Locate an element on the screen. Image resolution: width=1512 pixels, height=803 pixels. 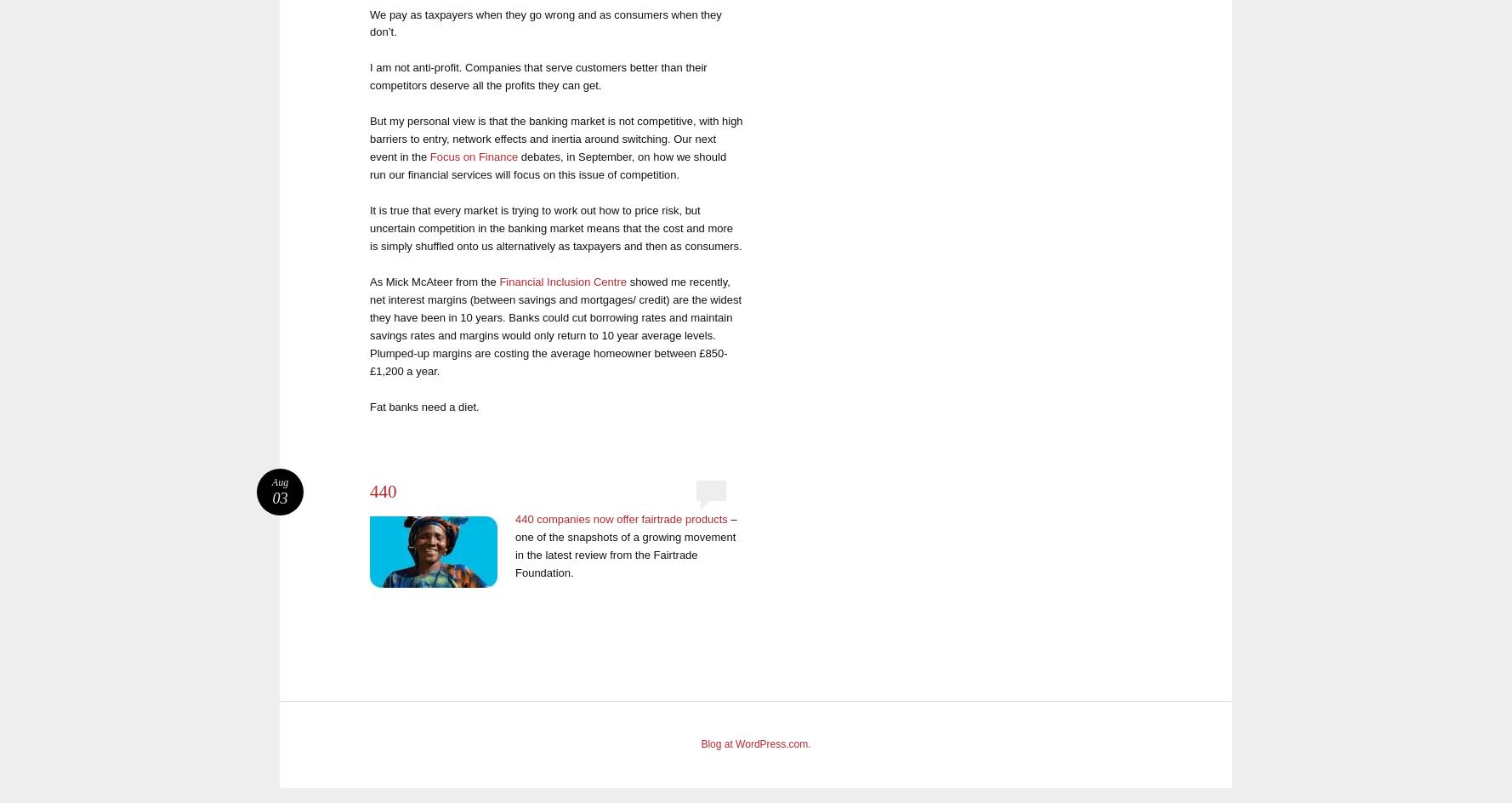
'Financial Inclusion Centre' is located at coordinates (564, 281).